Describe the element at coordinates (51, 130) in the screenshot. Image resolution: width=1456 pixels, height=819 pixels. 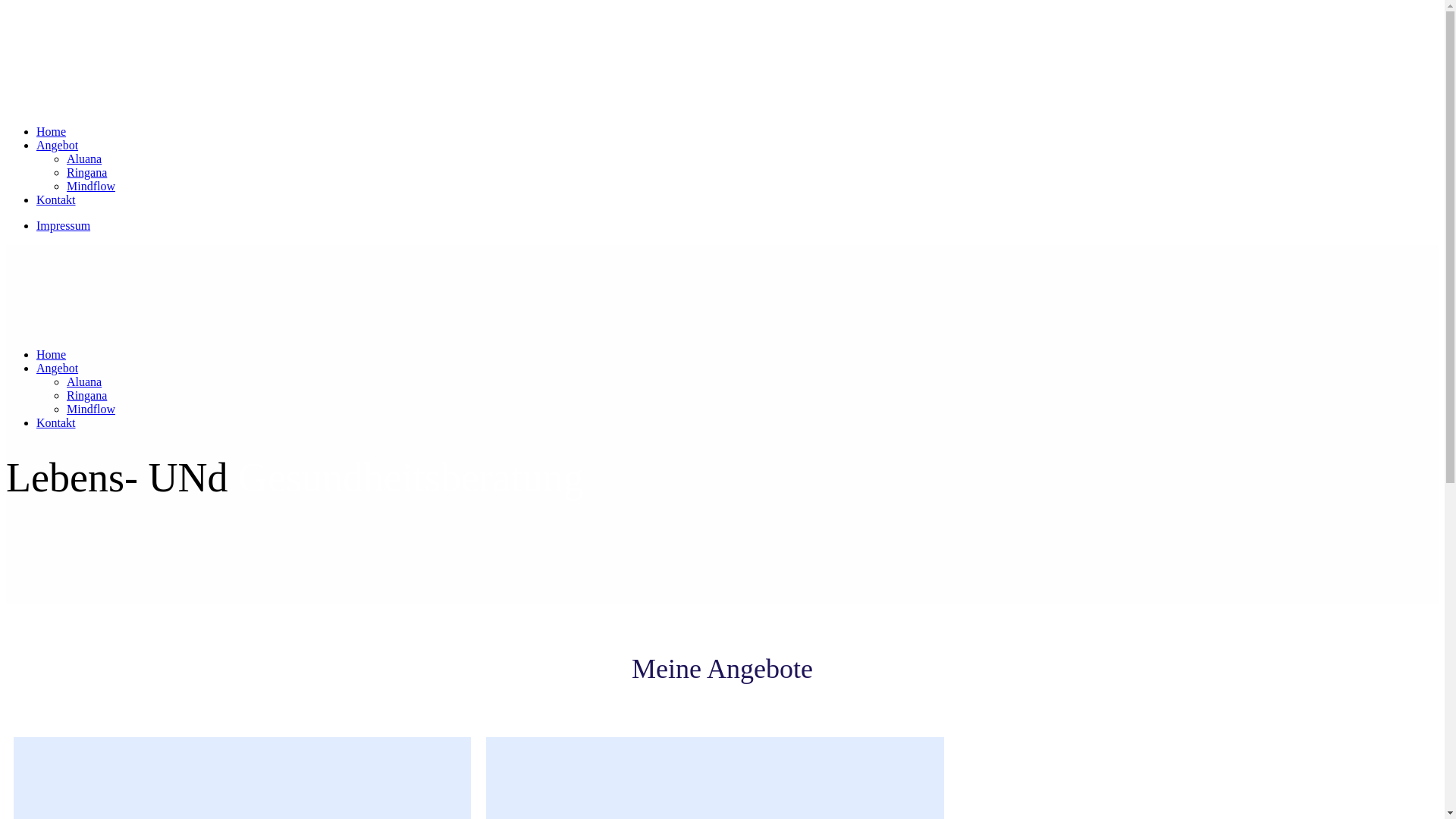
I see `'Home'` at that location.